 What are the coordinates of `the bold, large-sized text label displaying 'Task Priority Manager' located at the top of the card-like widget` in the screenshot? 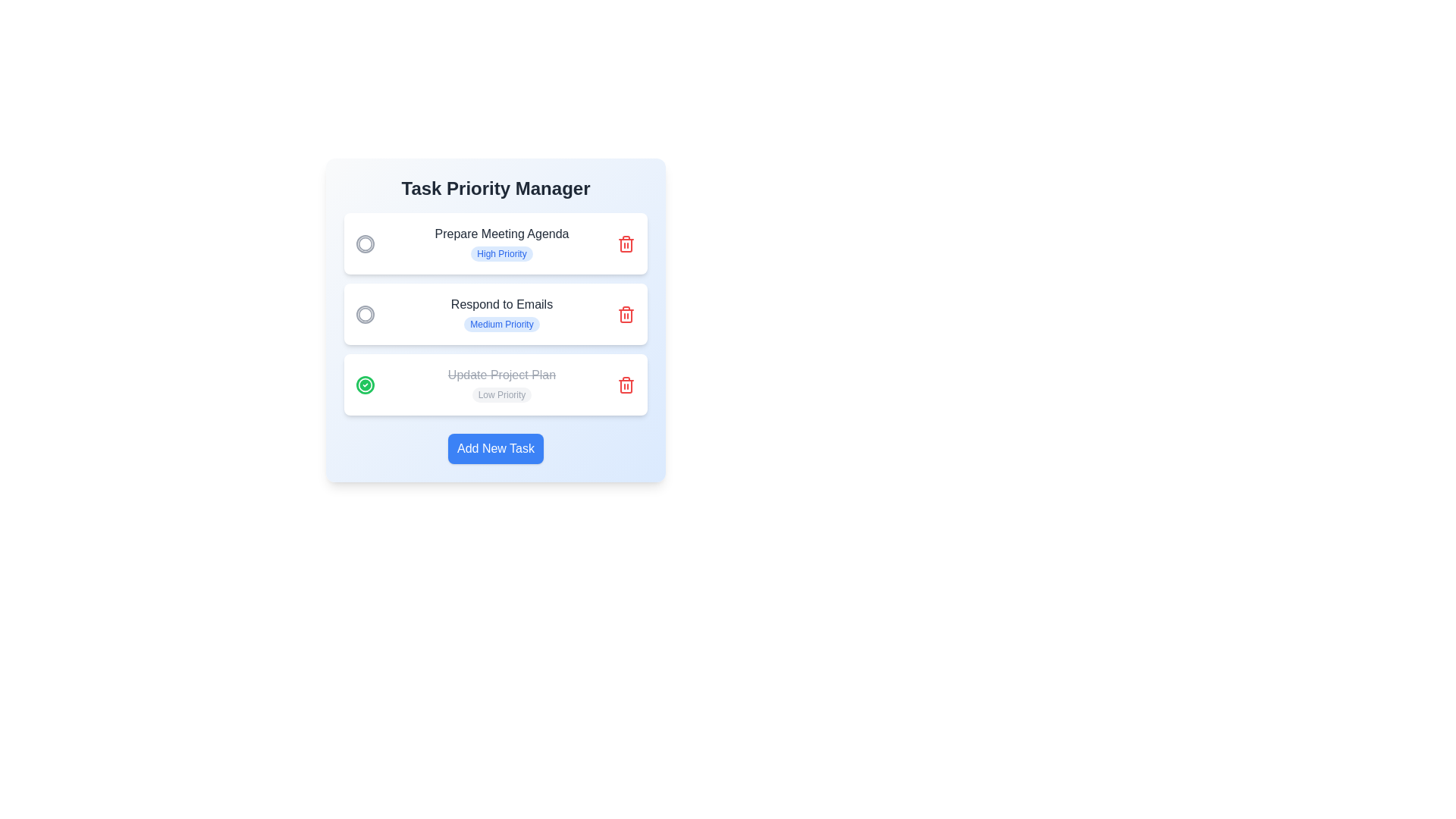 It's located at (495, 188).